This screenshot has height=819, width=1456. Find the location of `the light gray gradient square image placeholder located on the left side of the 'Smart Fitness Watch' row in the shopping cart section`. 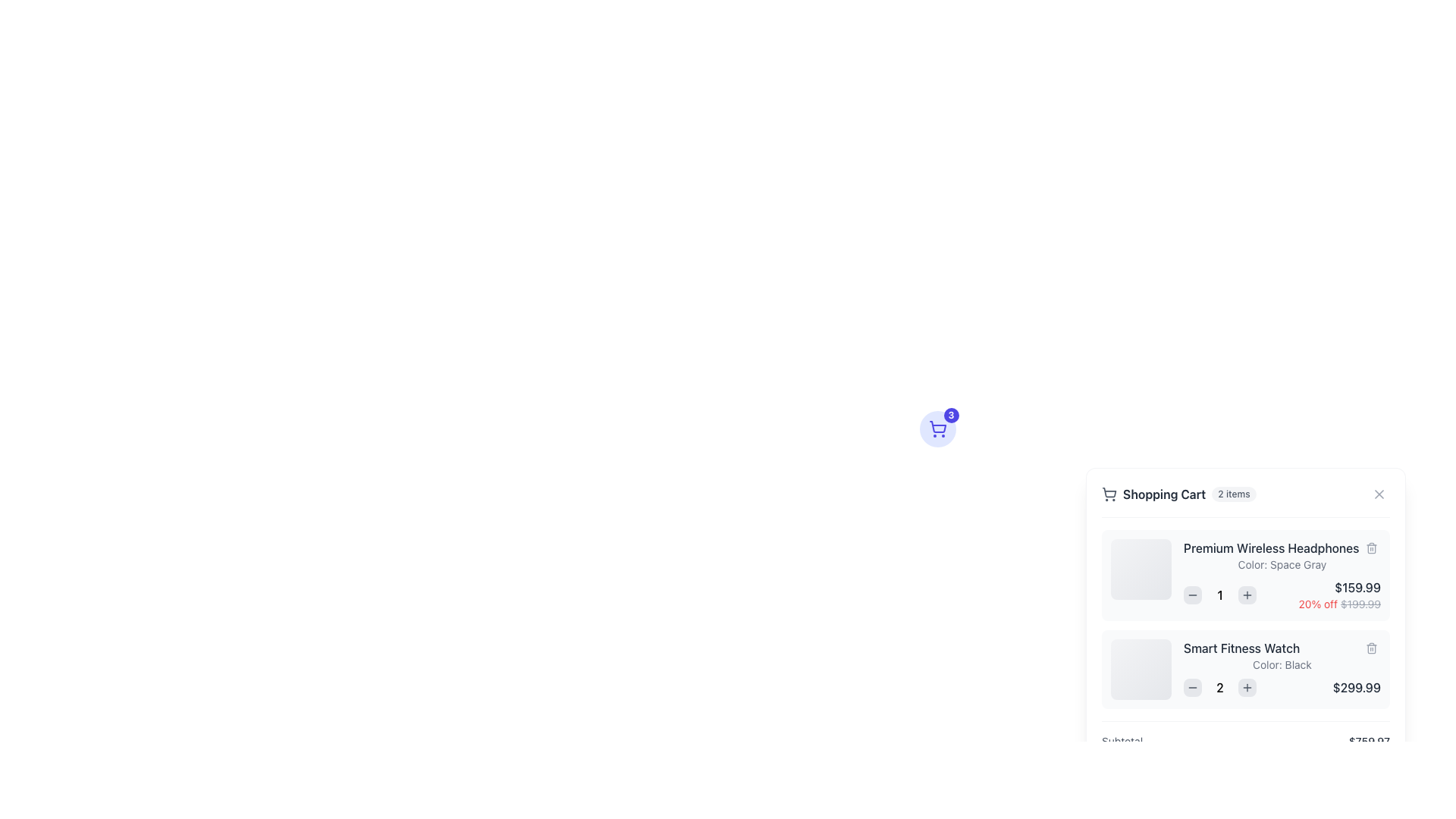

the light gray gradient square image placeholder located on the left side of the 'Smart Fitness Watch' row in the shopping cart section is located at coordinates (1141, 669).